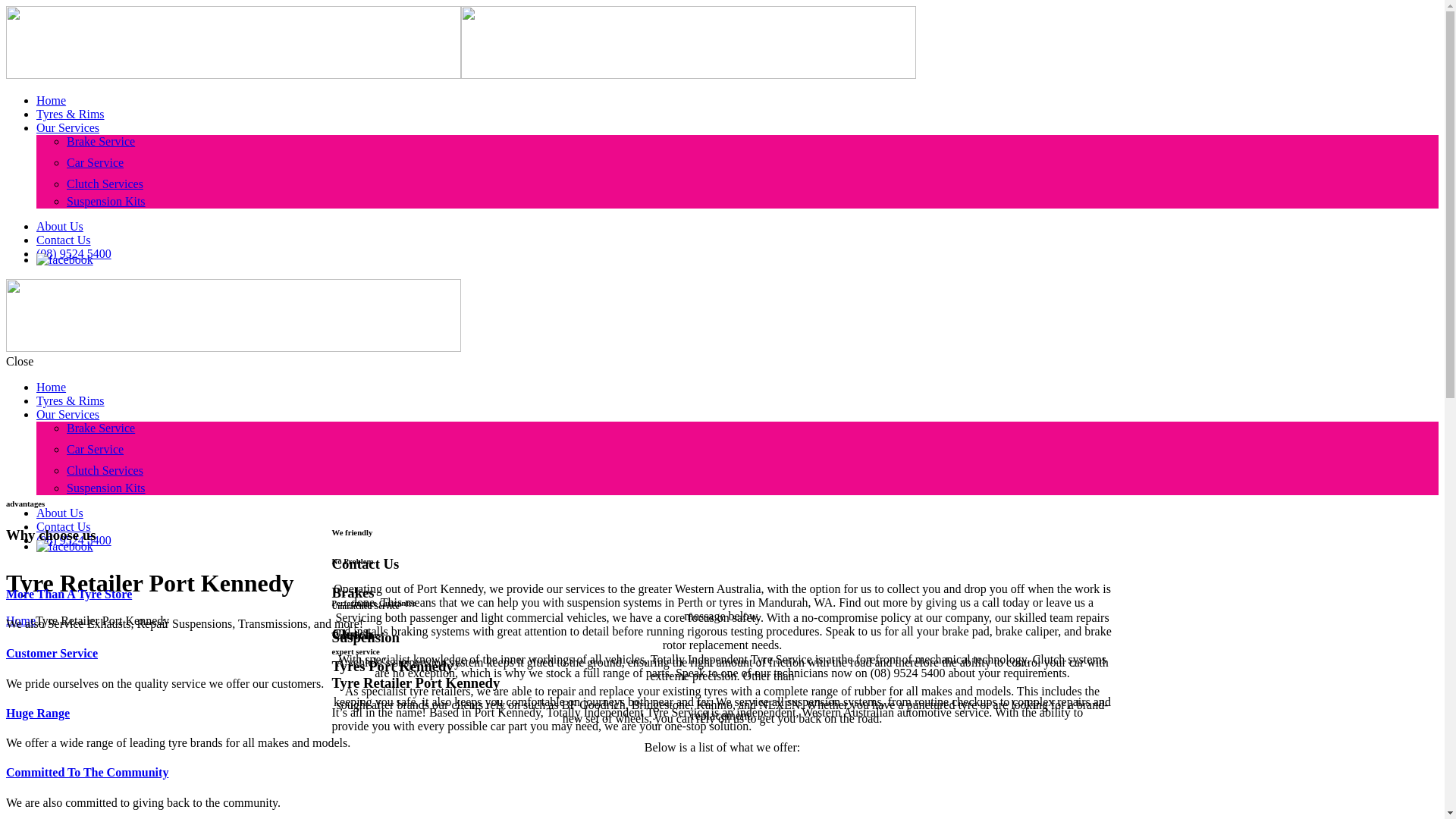 The image size is (1456, 819). I want to click on '(08) 9524 5400', so click(36, 539).